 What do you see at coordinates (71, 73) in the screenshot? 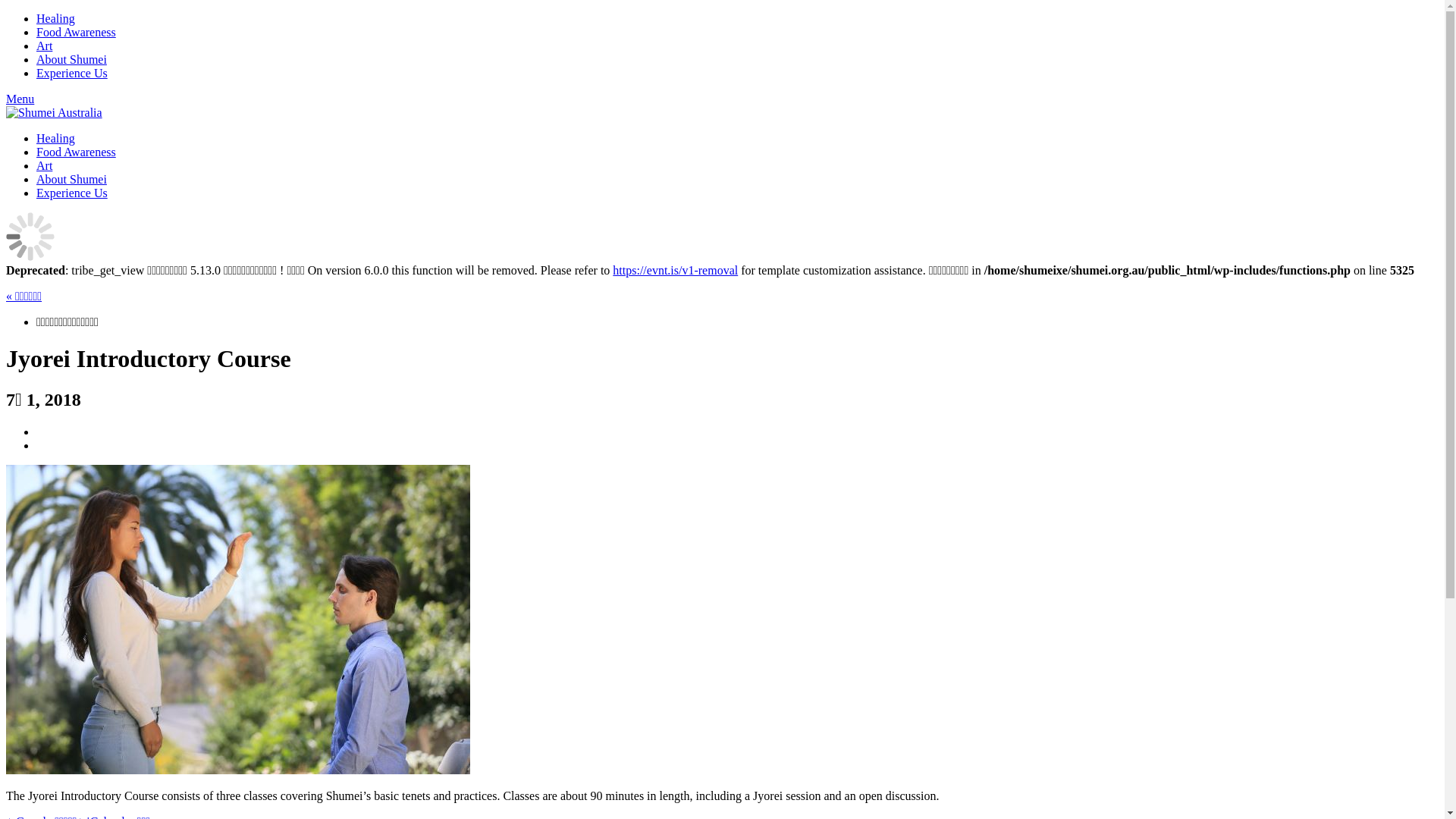
I see `'Experience Us'` at bounding box center [71, 73].